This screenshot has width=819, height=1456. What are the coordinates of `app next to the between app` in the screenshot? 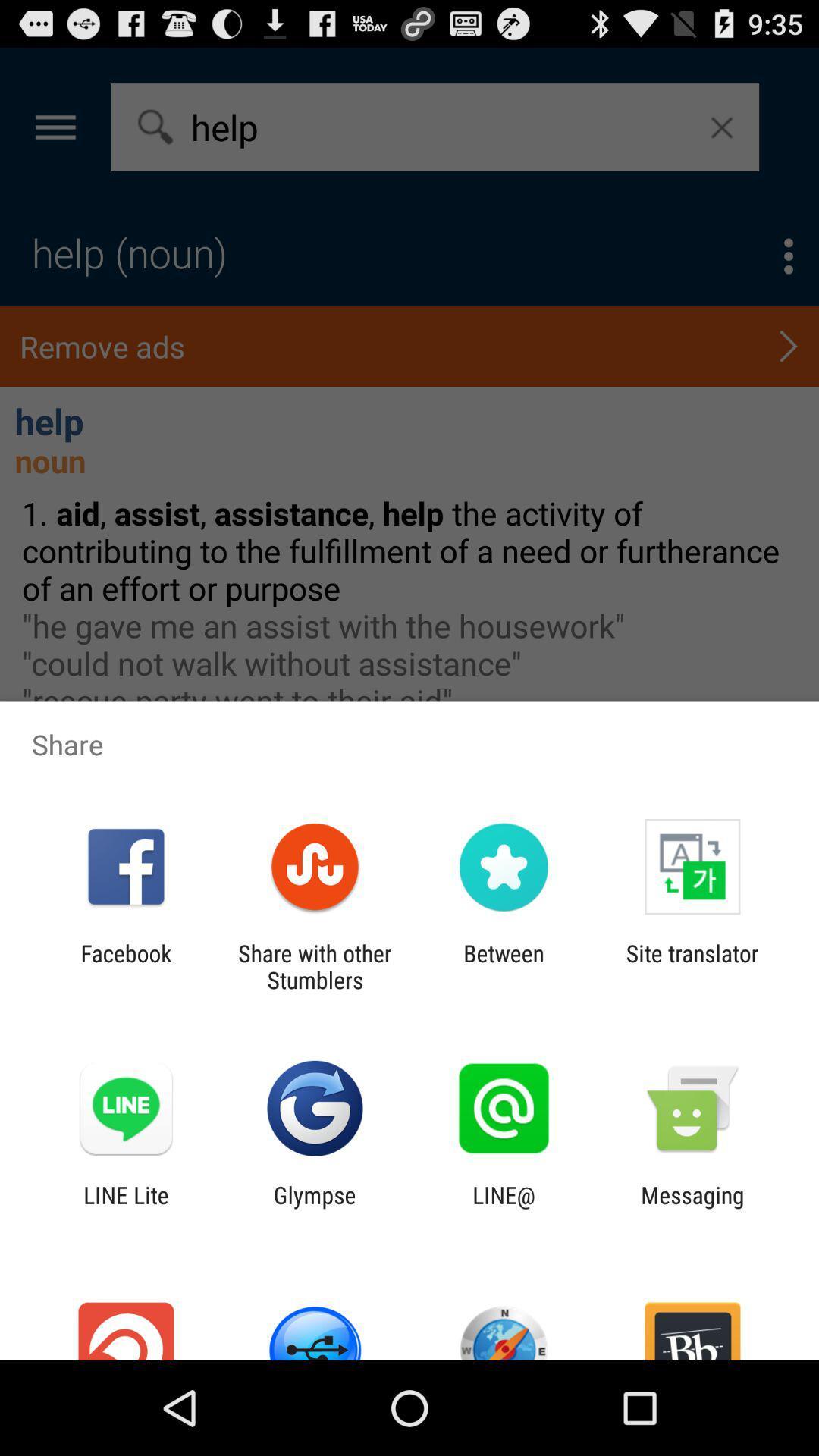 It's located at (692, 966).